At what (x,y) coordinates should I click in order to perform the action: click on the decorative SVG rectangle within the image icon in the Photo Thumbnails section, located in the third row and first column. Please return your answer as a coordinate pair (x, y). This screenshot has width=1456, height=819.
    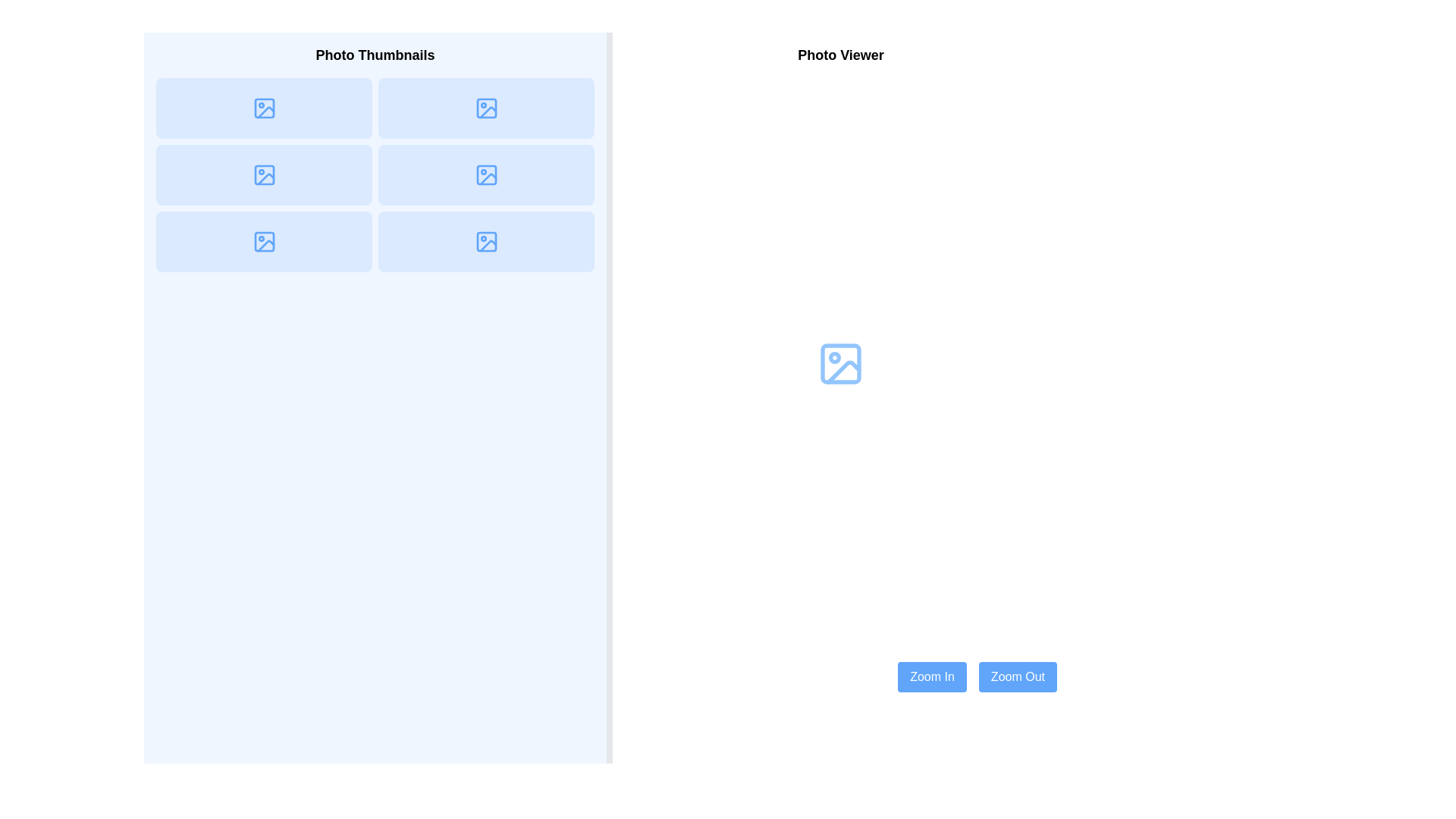
    Looking at the image, I should click on (264, 241).